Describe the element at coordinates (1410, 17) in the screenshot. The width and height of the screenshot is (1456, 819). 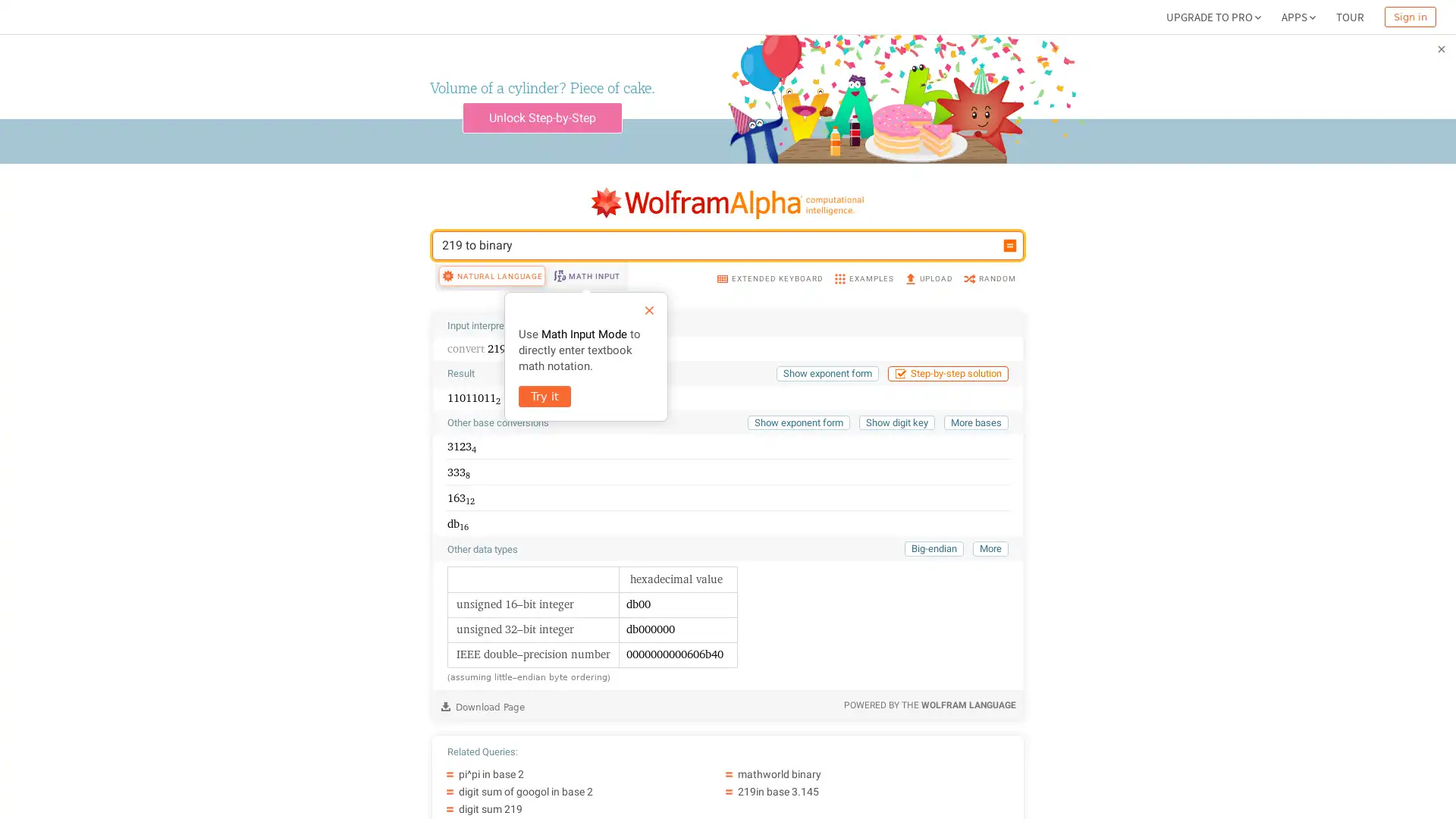
I see `Sign in` at that location.